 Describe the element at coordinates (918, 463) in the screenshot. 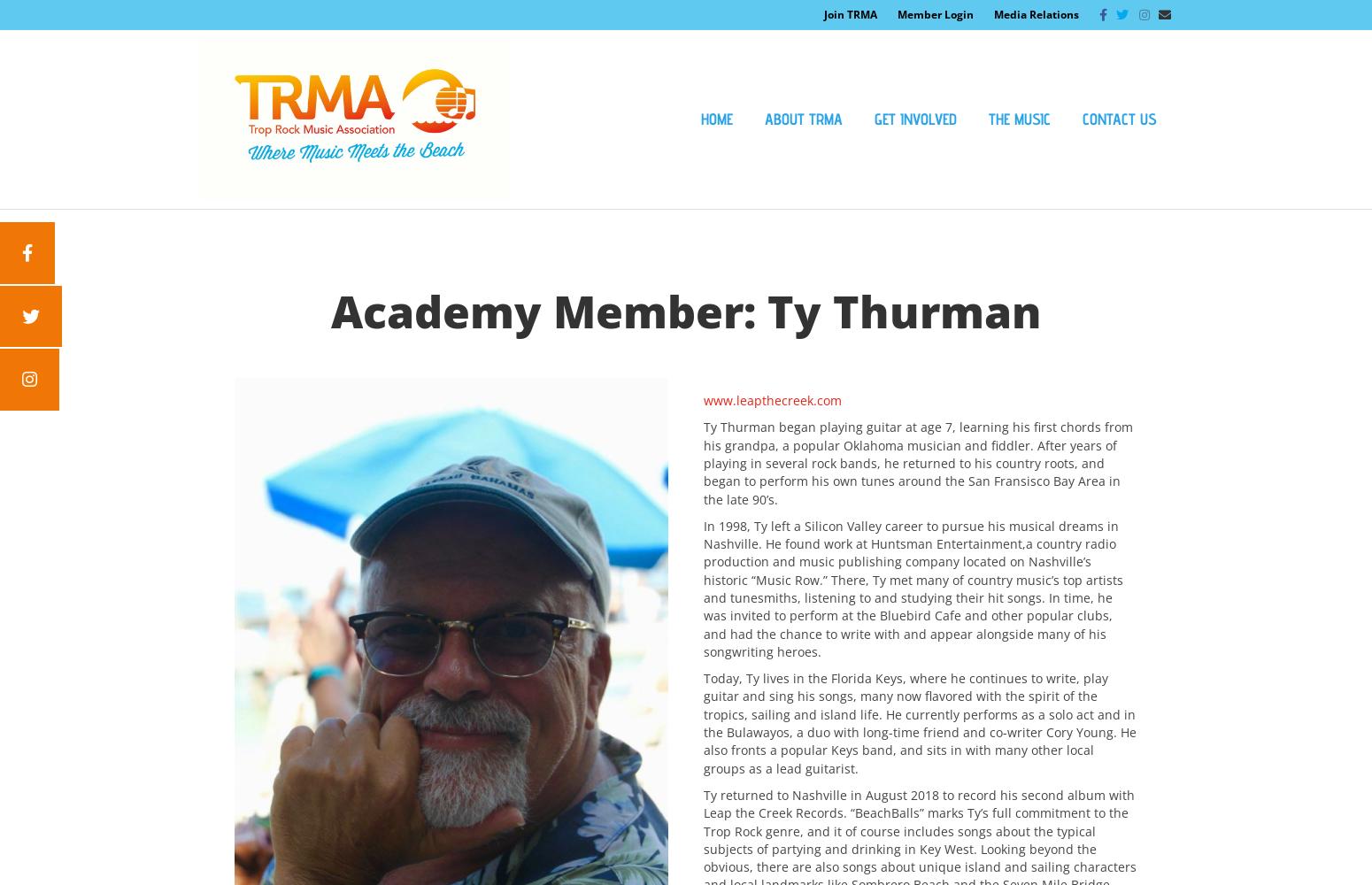

I see `'Ty Thurman began playing guitar at age 7, learning his first chords from his grandpa, a popular Oklahoma musician and fiddler.  After years of playing in several rock bands, he returned to his country roots, and began to perform his own tunes around the San Fransisco Bay Area in the late 90’s.'` at that location.